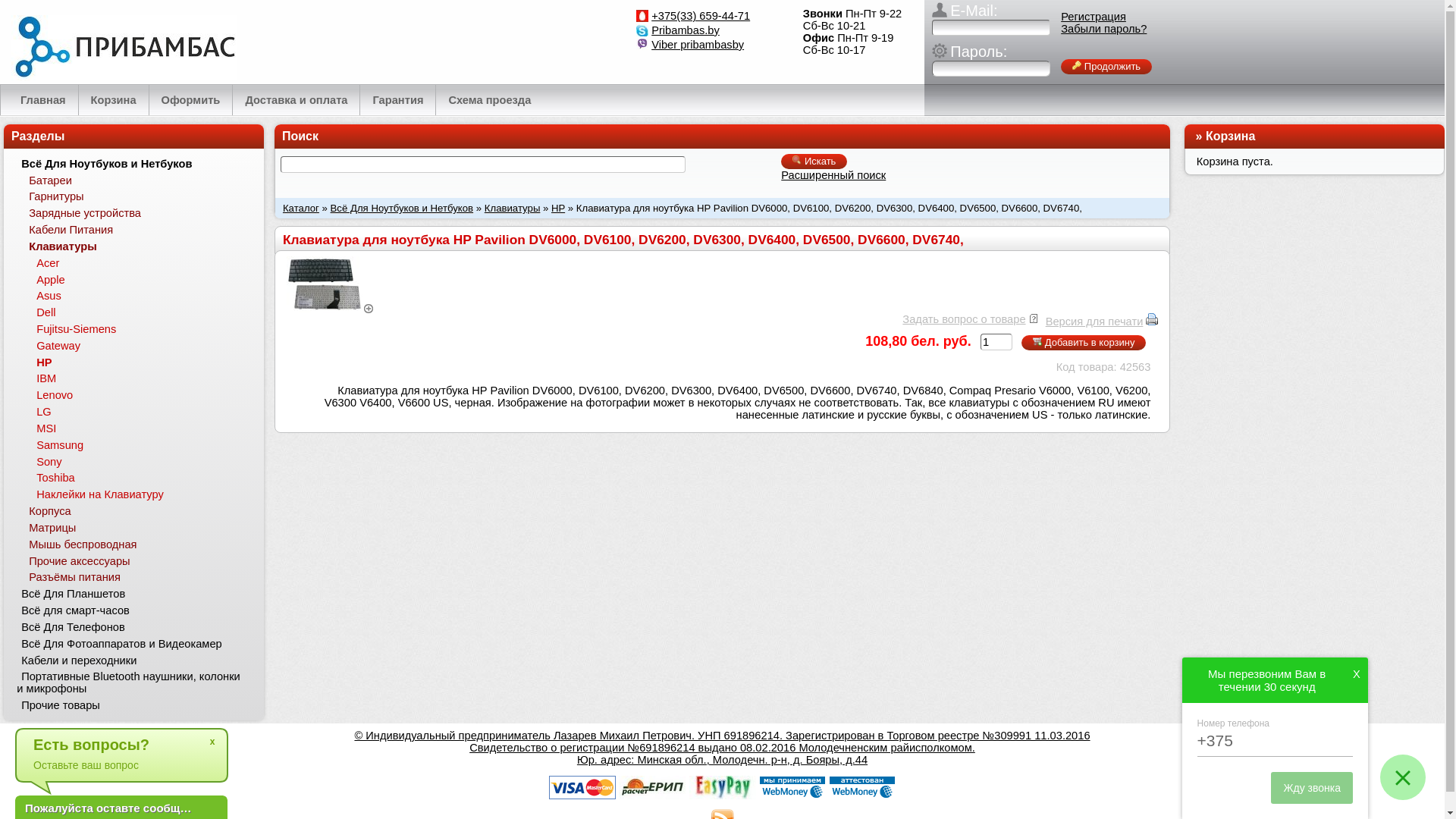 This screenshot has width=1456, height=819. Describe the element at coordinates (684, 30) in the screenshot. I see `'Pribambas.by'` at that location.